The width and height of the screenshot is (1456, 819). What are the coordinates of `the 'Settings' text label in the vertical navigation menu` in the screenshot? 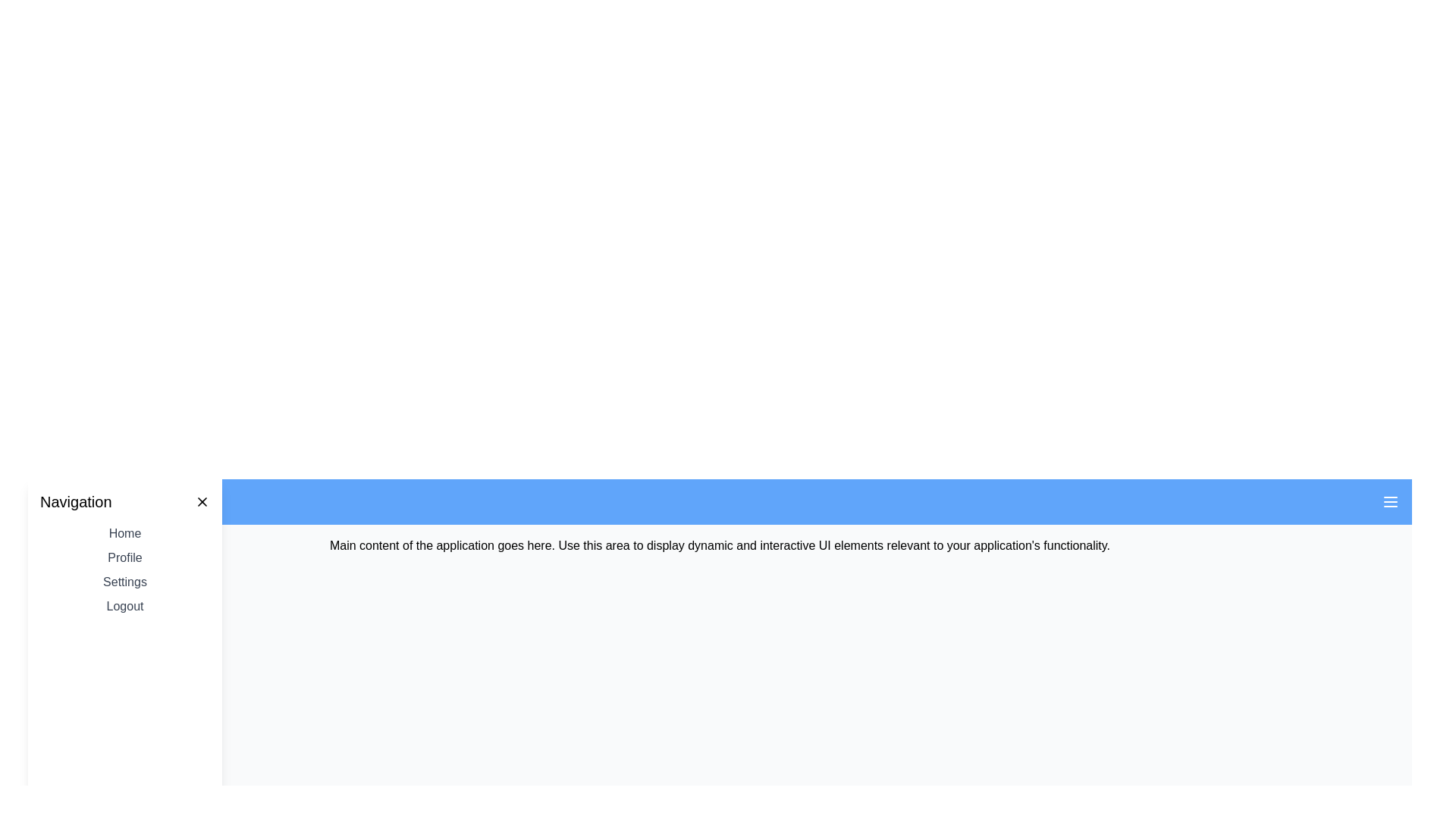 It's located at (124, 581).